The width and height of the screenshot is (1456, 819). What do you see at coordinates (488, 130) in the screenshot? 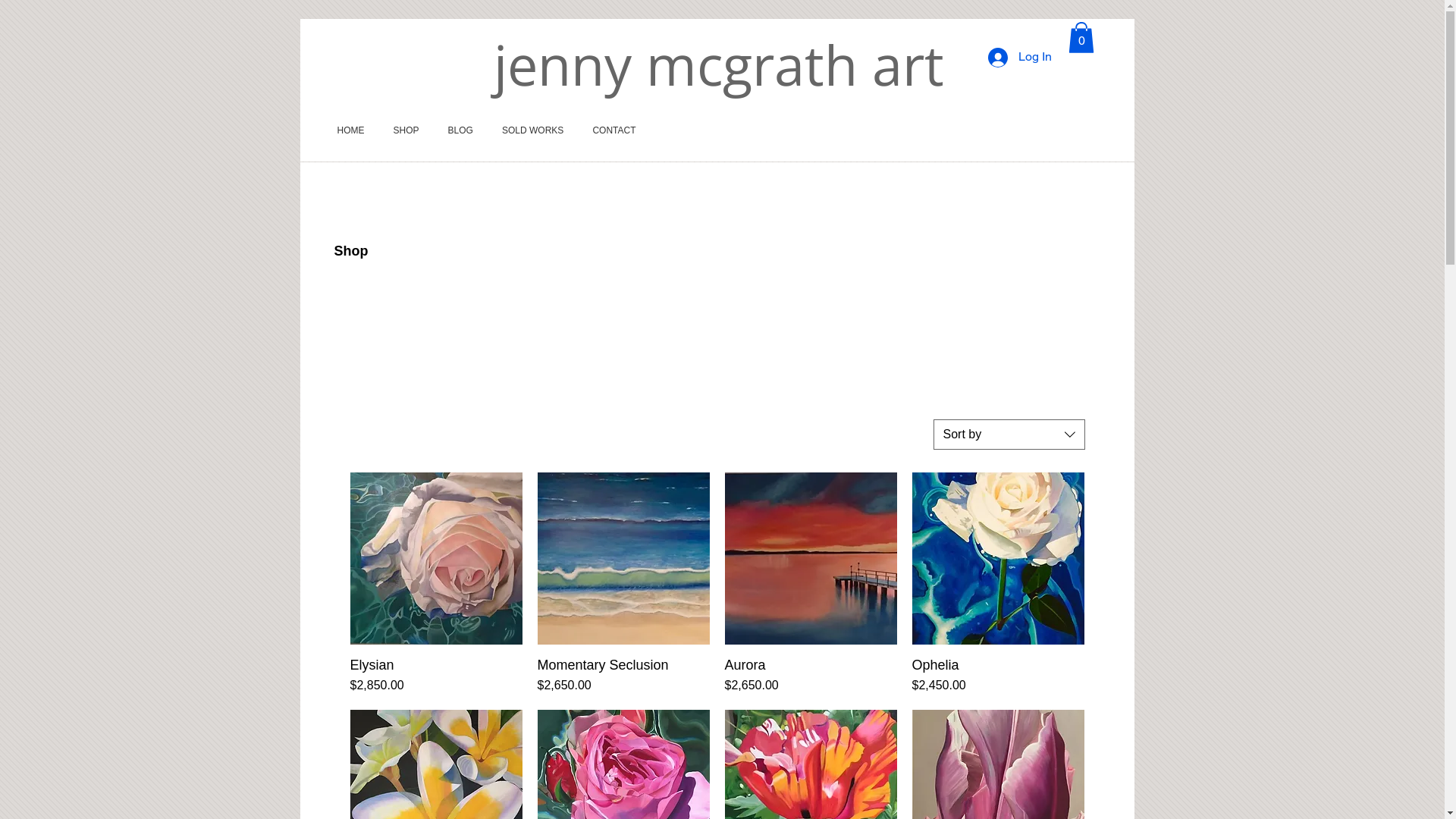
I see `'SOLD WORKS'` at bounding box center [488, 130].